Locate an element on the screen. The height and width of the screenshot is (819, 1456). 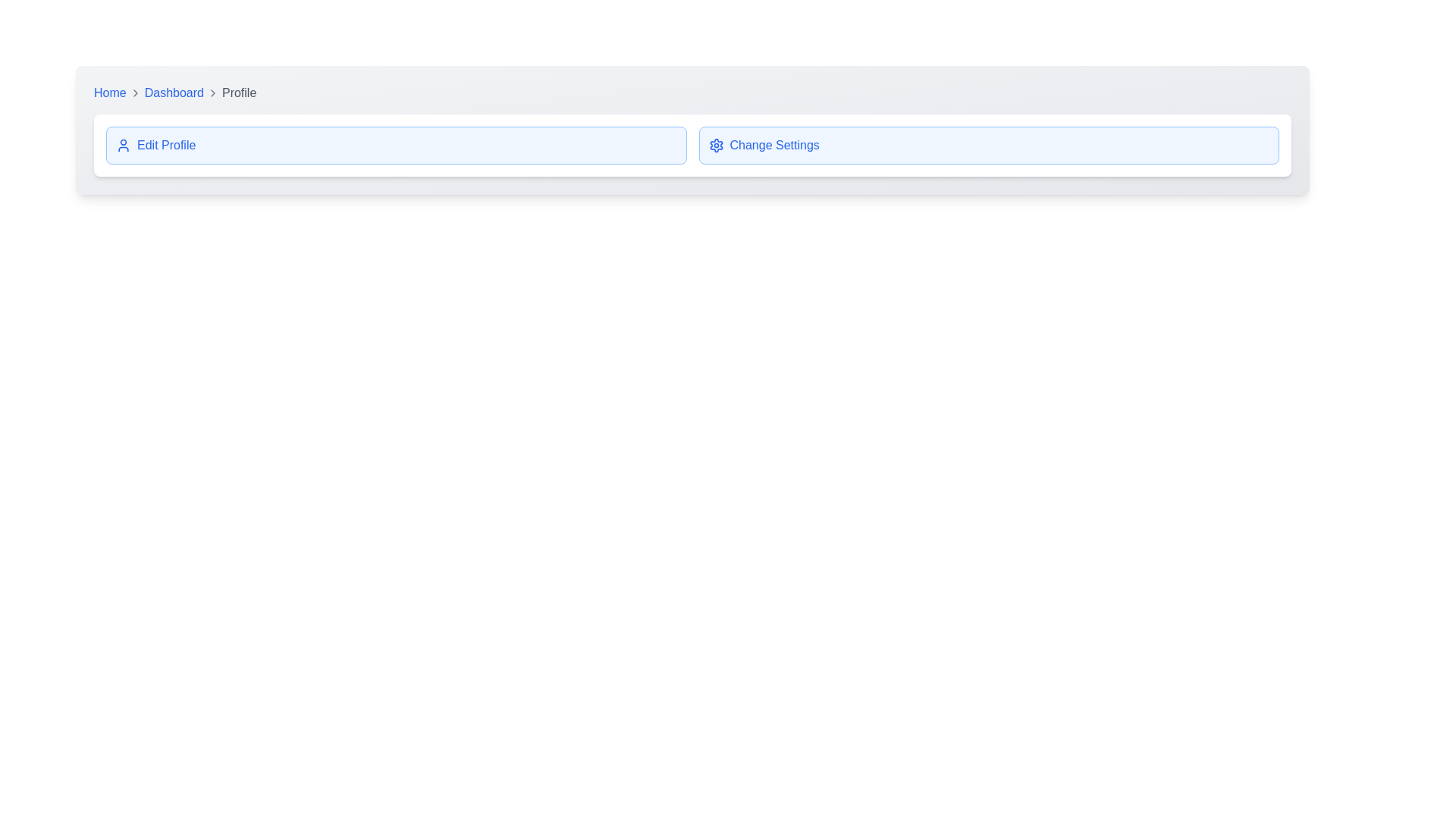
the breadcrumb delimiter icon located between the 'Home' link and additional breadcrumb elements, which visually separates the hierarchical navigation items is located at coordinates (135, 93).